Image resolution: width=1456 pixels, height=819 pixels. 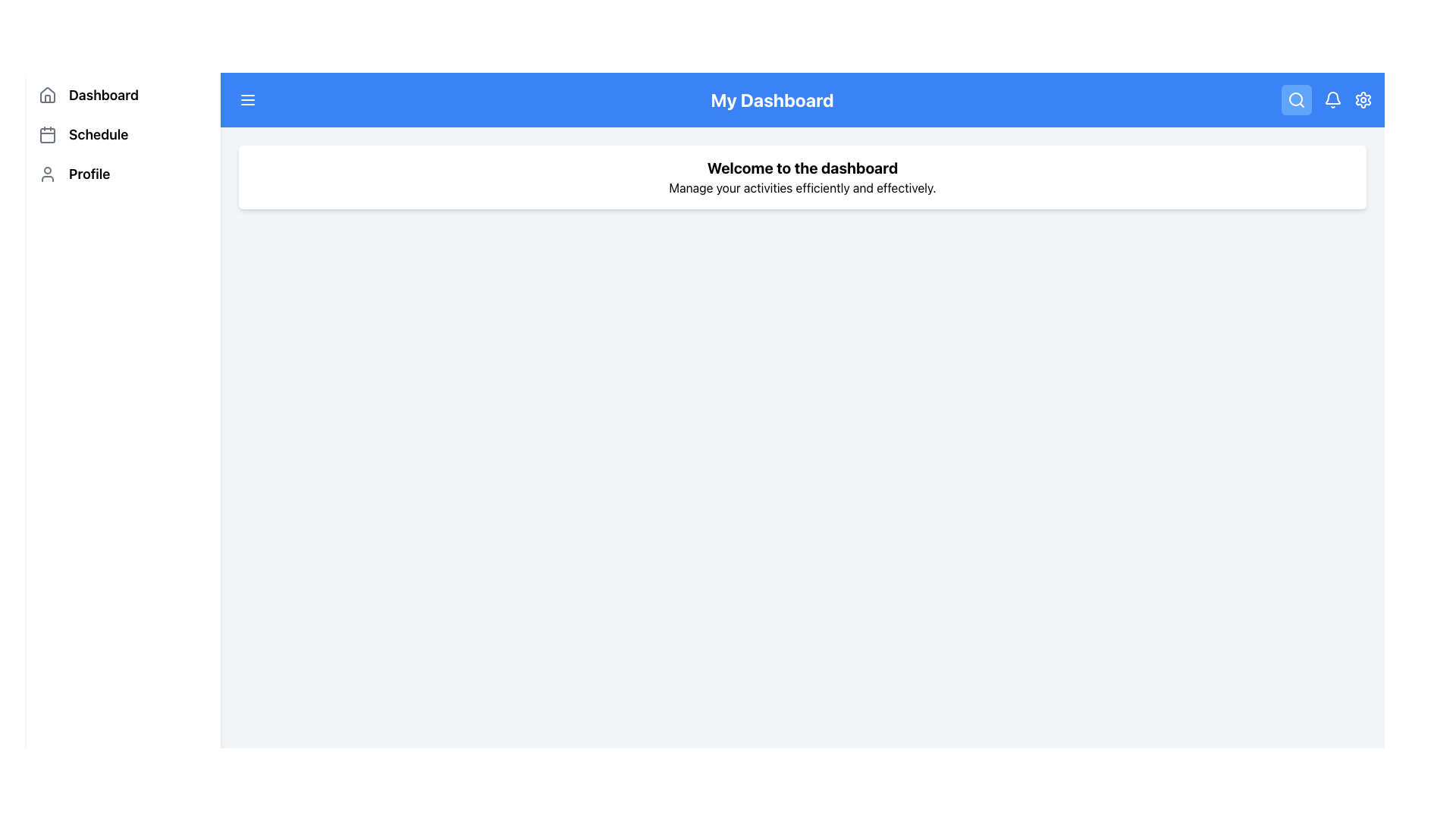 I want to click on the 'Profile' text label in the left sidebar menu, so click(x=89, y=174).